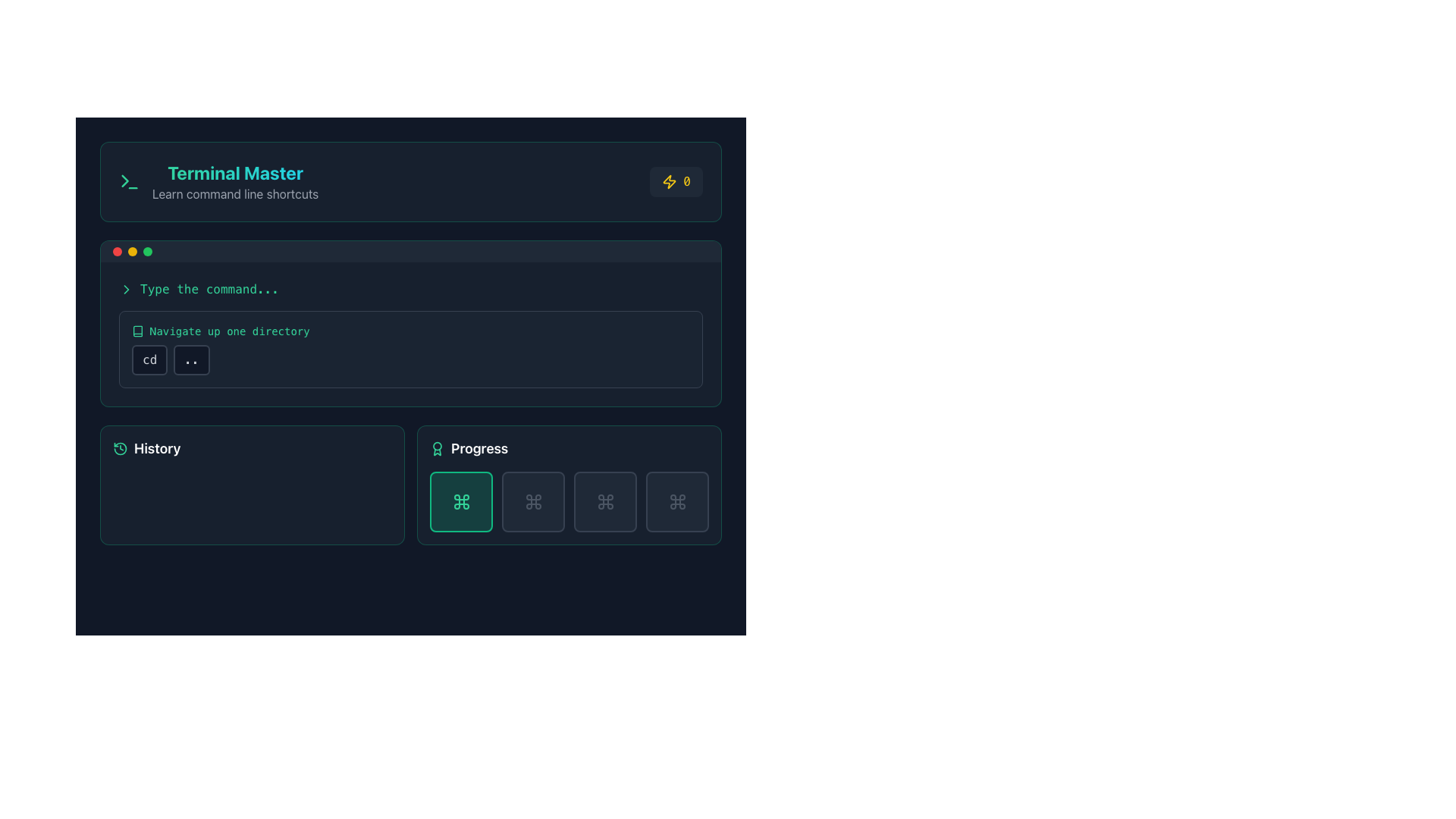 The height and width of the screenshot is (819, 1456). What do you see at coordinates (676, 502) in the screenshot?
I see `the fourth button's icon in the 'Progress' section` at bounding box center [676, 502].